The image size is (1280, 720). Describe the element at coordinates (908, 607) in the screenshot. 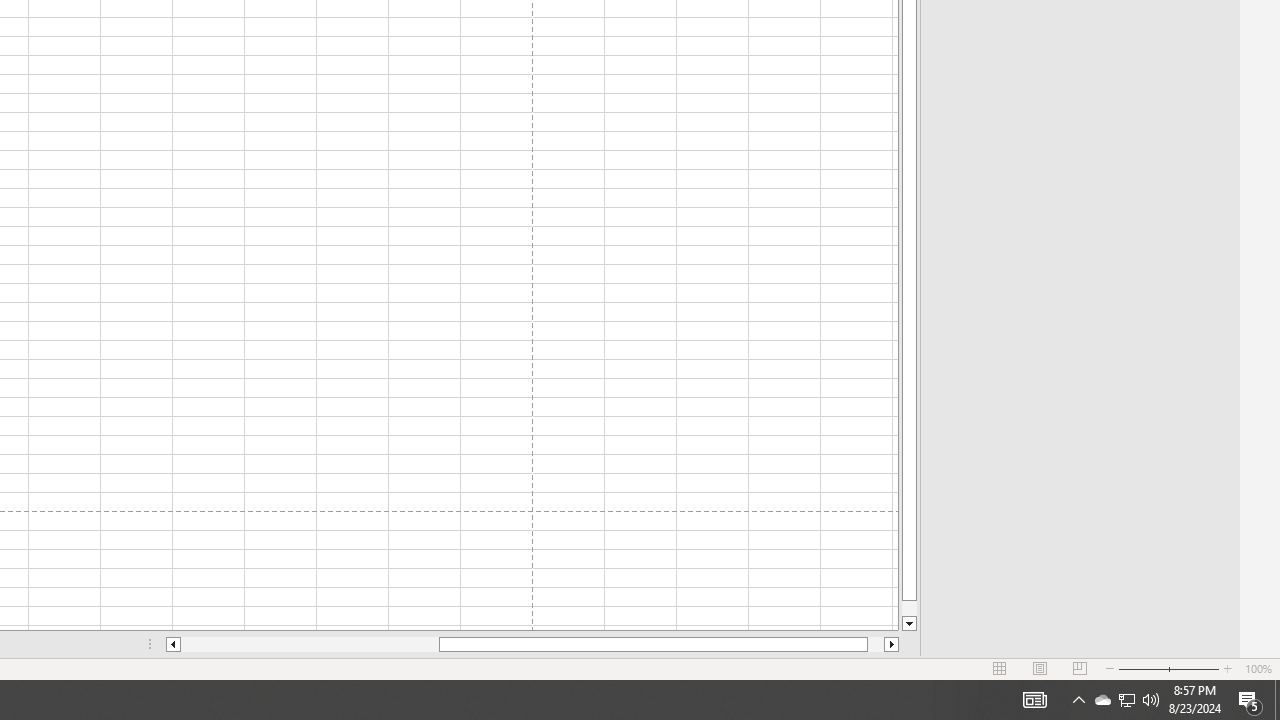

I see `'Page down'` at that location.